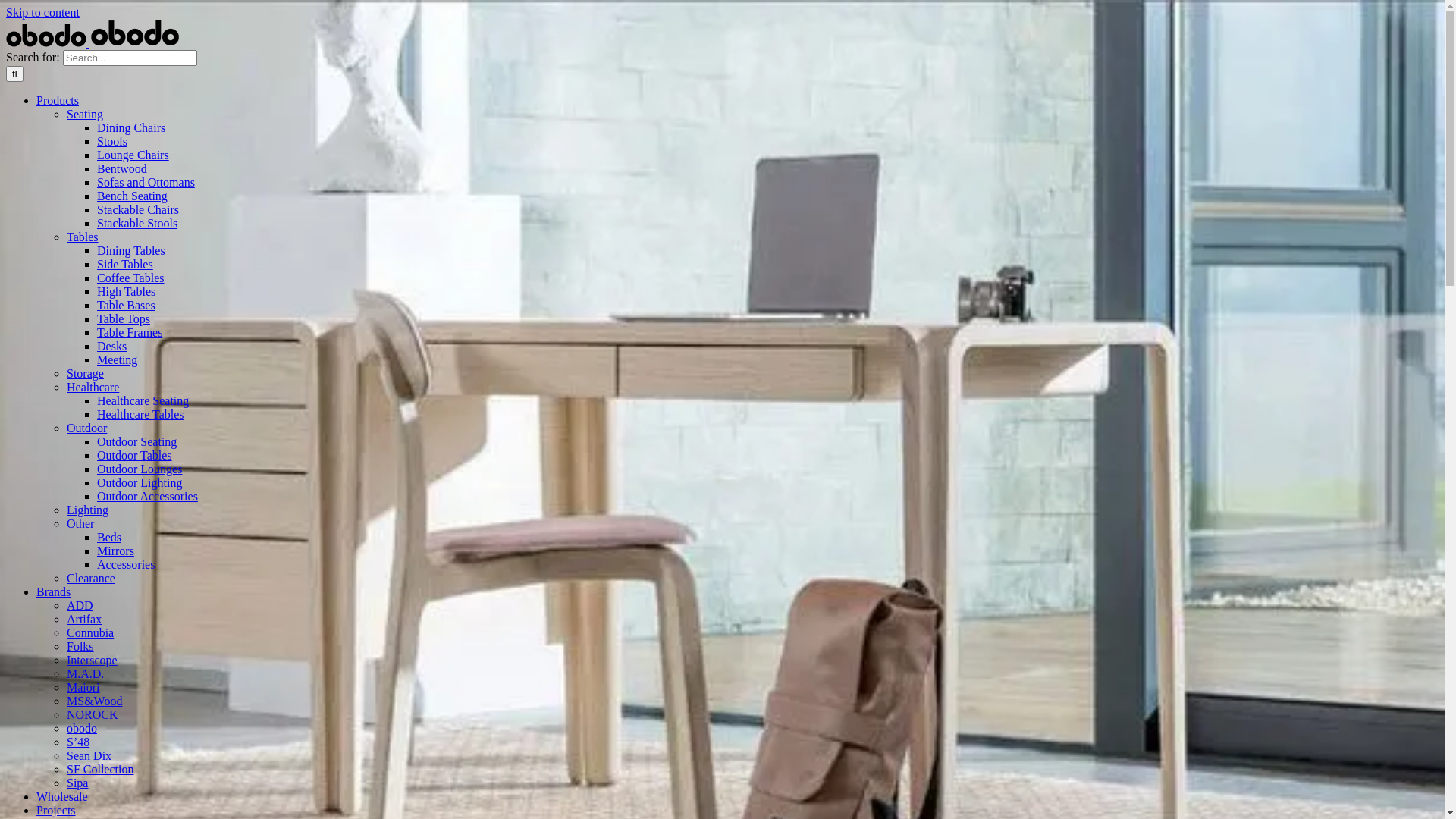  What do you see at coordinates (93, 701) in the screenshot?
I see `'MS&Wood'` at bounding box center [93, 701].